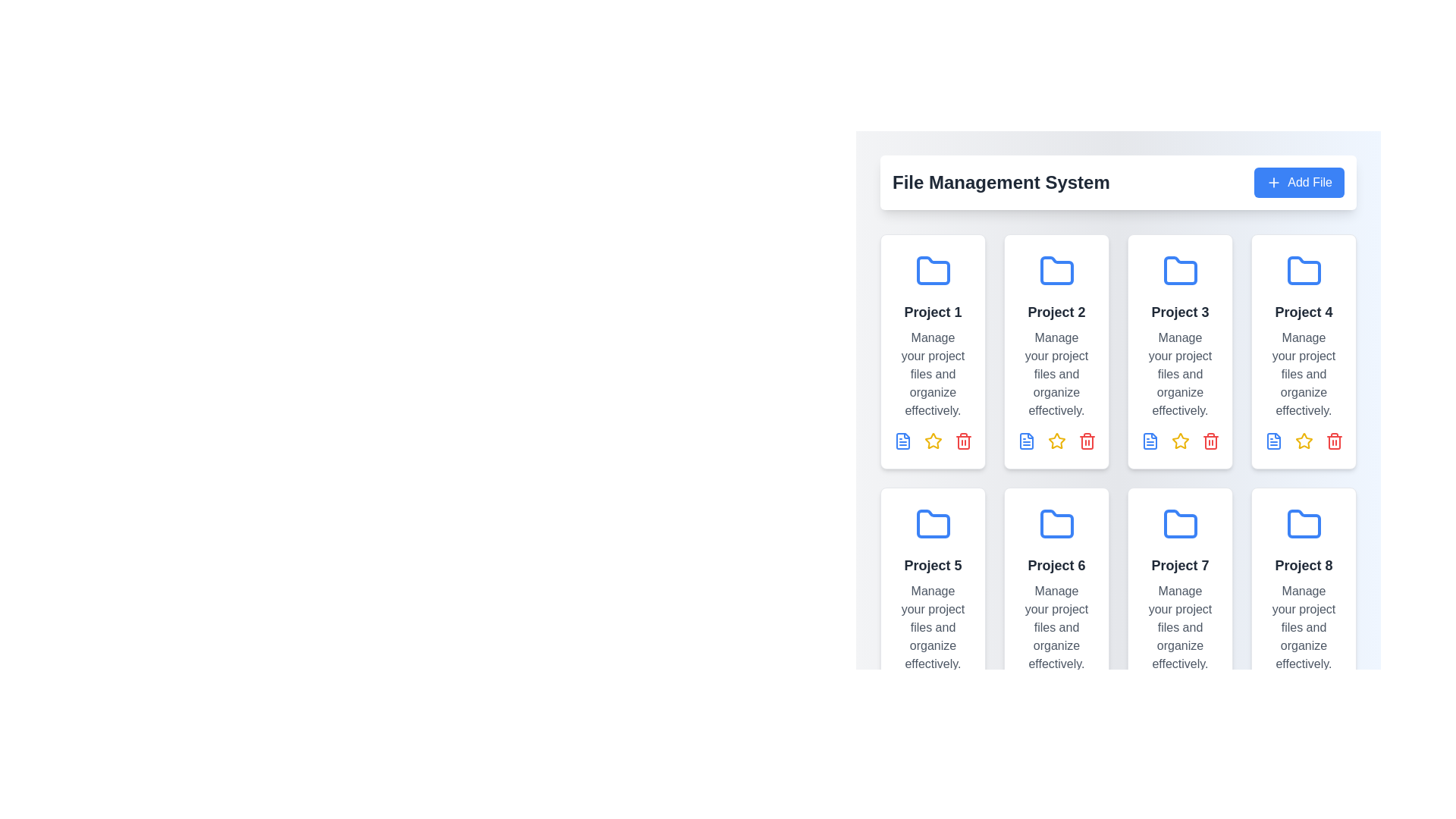  Describe the element at coordinates (1210, 441) in the screenshot. I see `the 'Delete' icon button located inside the card for 'Project 3', which is the third icon in the action button row on the right side of the card footer` at that location.